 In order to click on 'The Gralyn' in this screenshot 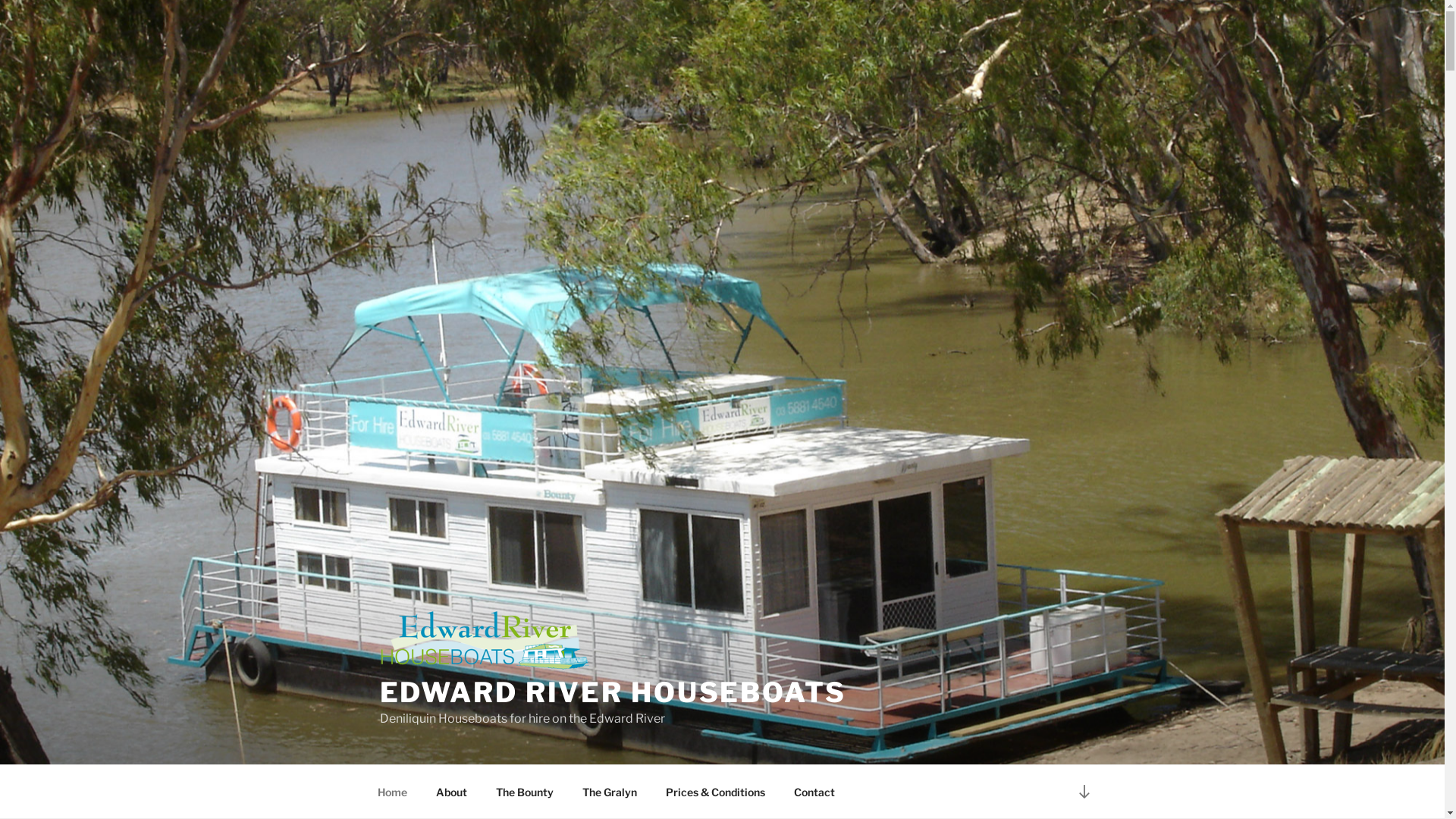, I will do `click(609, 791)`.